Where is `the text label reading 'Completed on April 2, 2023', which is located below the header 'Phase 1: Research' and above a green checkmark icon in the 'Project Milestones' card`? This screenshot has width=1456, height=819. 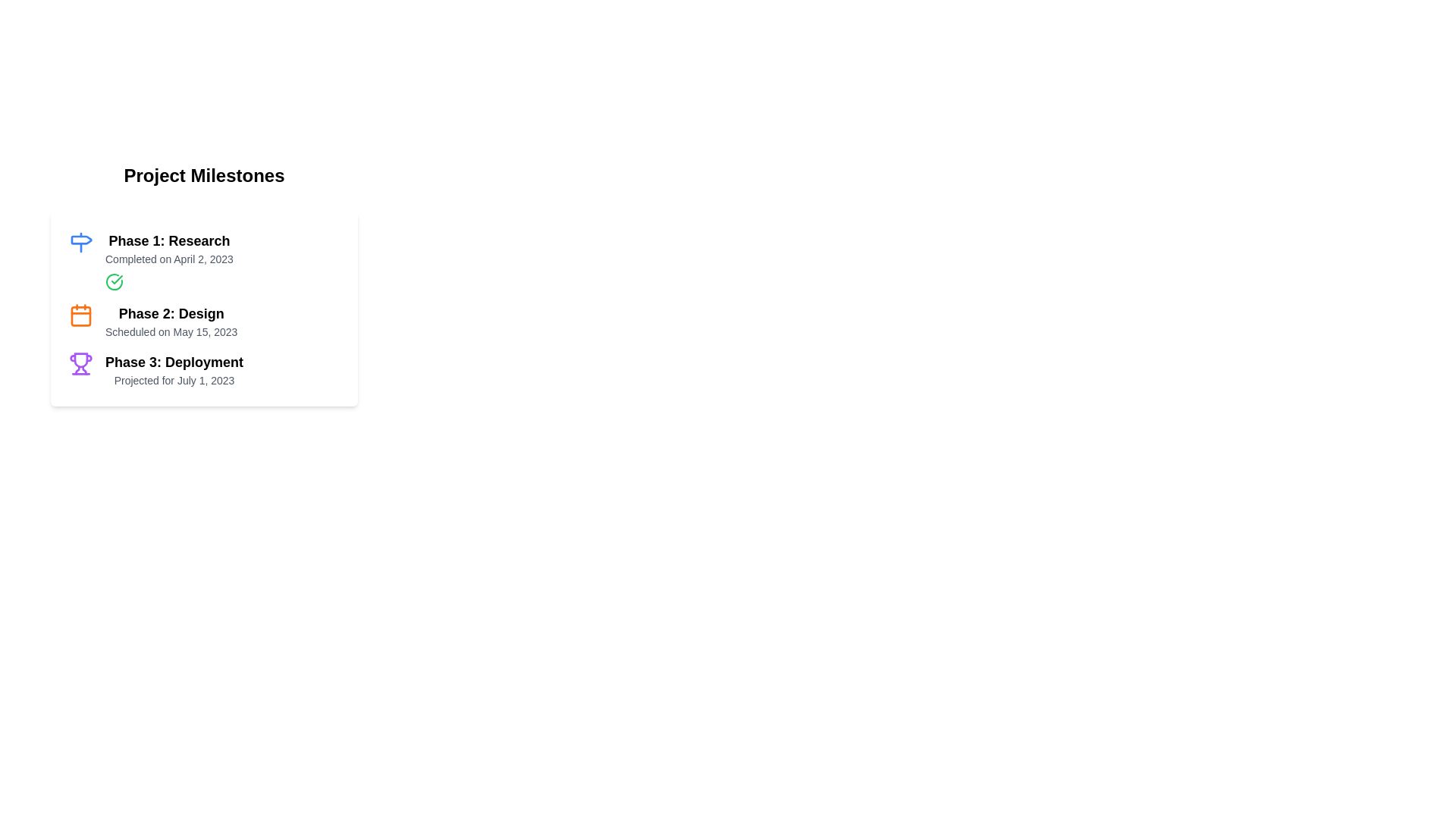 the text label reading 'Completed on April 2, 2023', which is located below the header 'Phase 1: Research' and above a green checkmark icon in the 'Project Milestones' card is located at coordinates (169, 259).